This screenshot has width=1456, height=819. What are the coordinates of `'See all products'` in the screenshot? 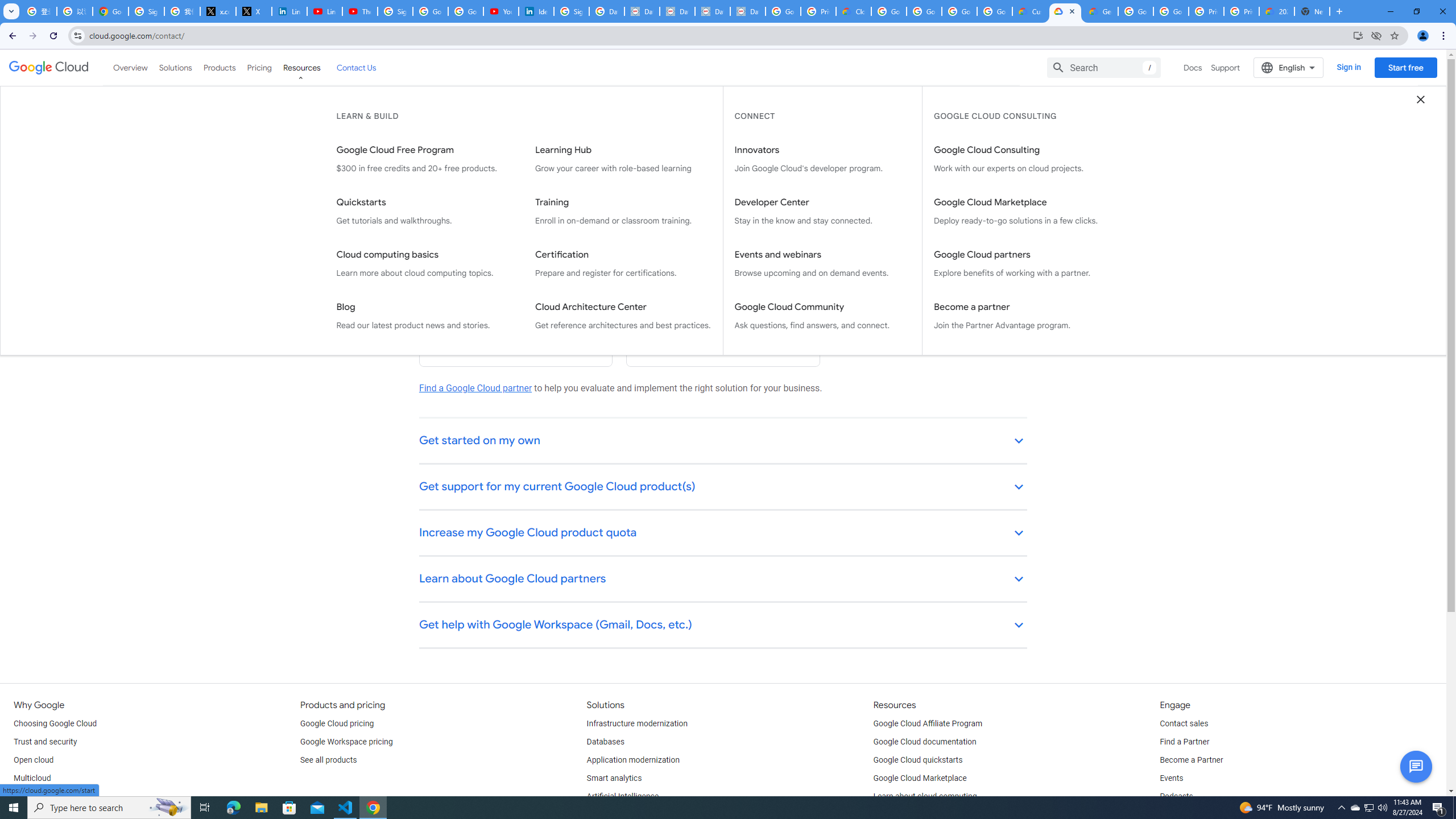 It's located at (328, 760).